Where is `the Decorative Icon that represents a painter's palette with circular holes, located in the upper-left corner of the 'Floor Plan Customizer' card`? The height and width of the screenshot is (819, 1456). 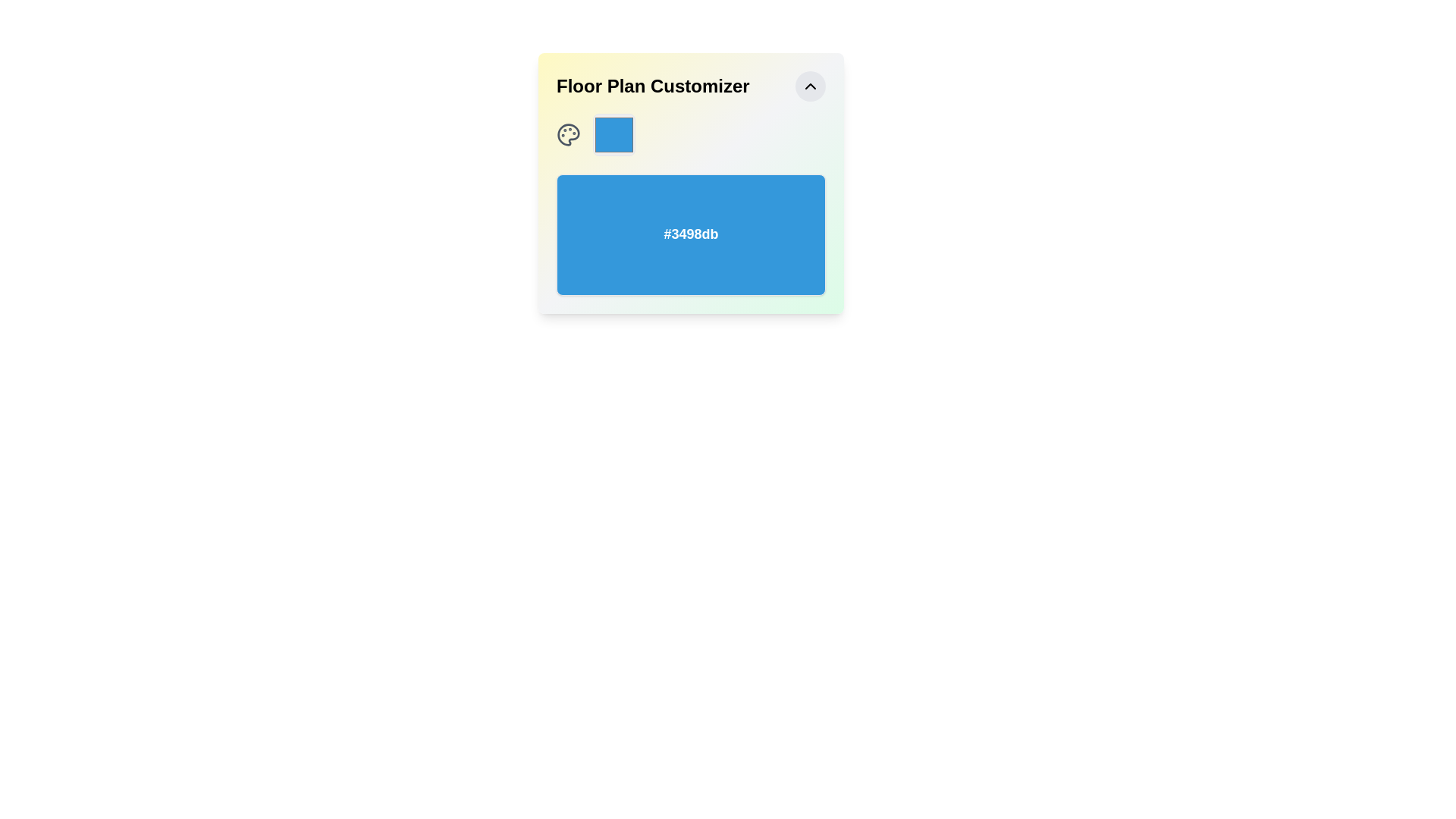
the Decorative Icon that represents a painter's palette with circular holes, located in the upper-left corner of the 'Floor Plan Customizer' card is located at coordinates (567, 133).